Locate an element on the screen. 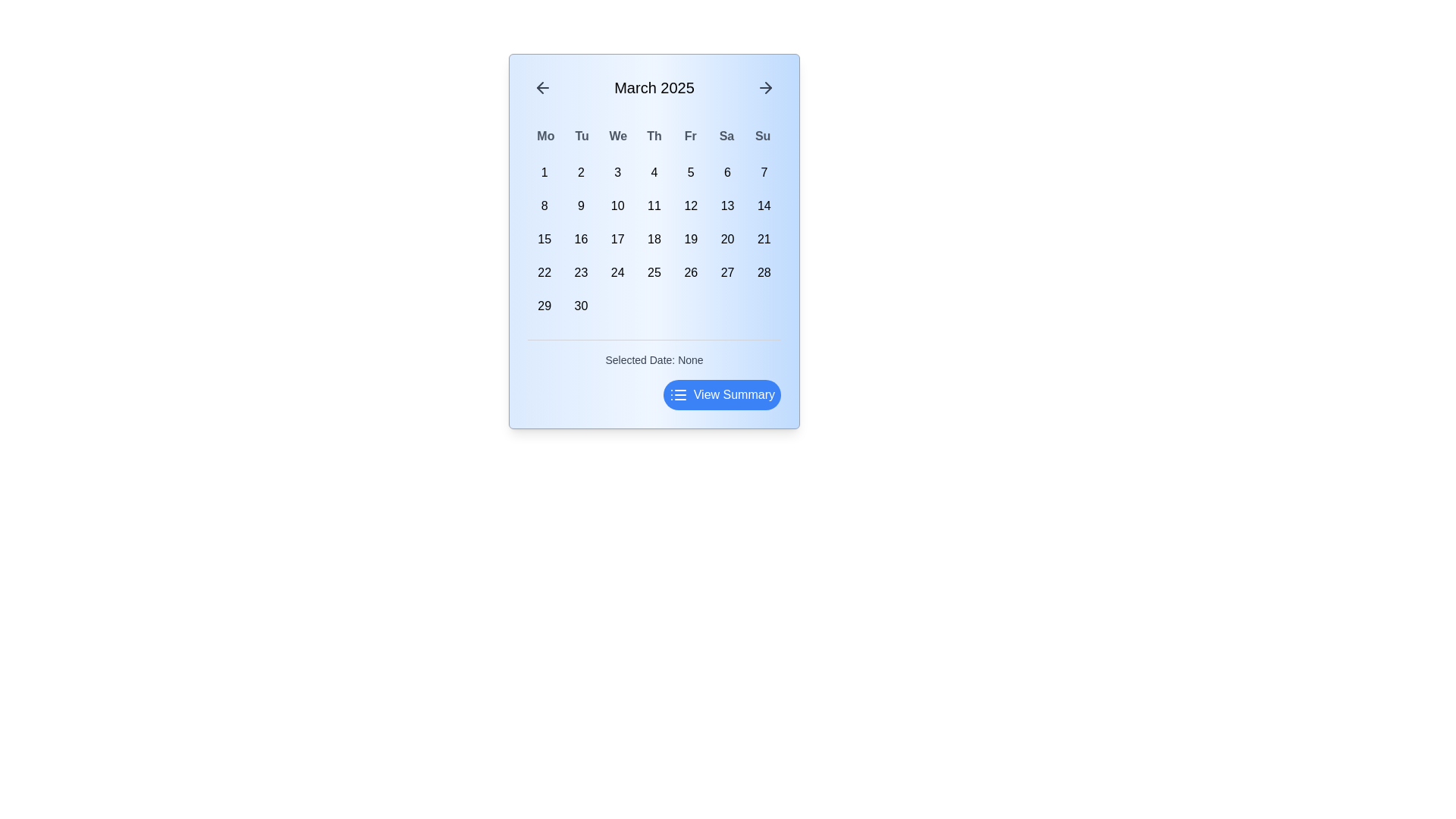 This screenshot has height=819, width=1456. the displayed text in the Text Label that shows the currently selected month and year in the calendar interface is located at coordinates (654, 87).